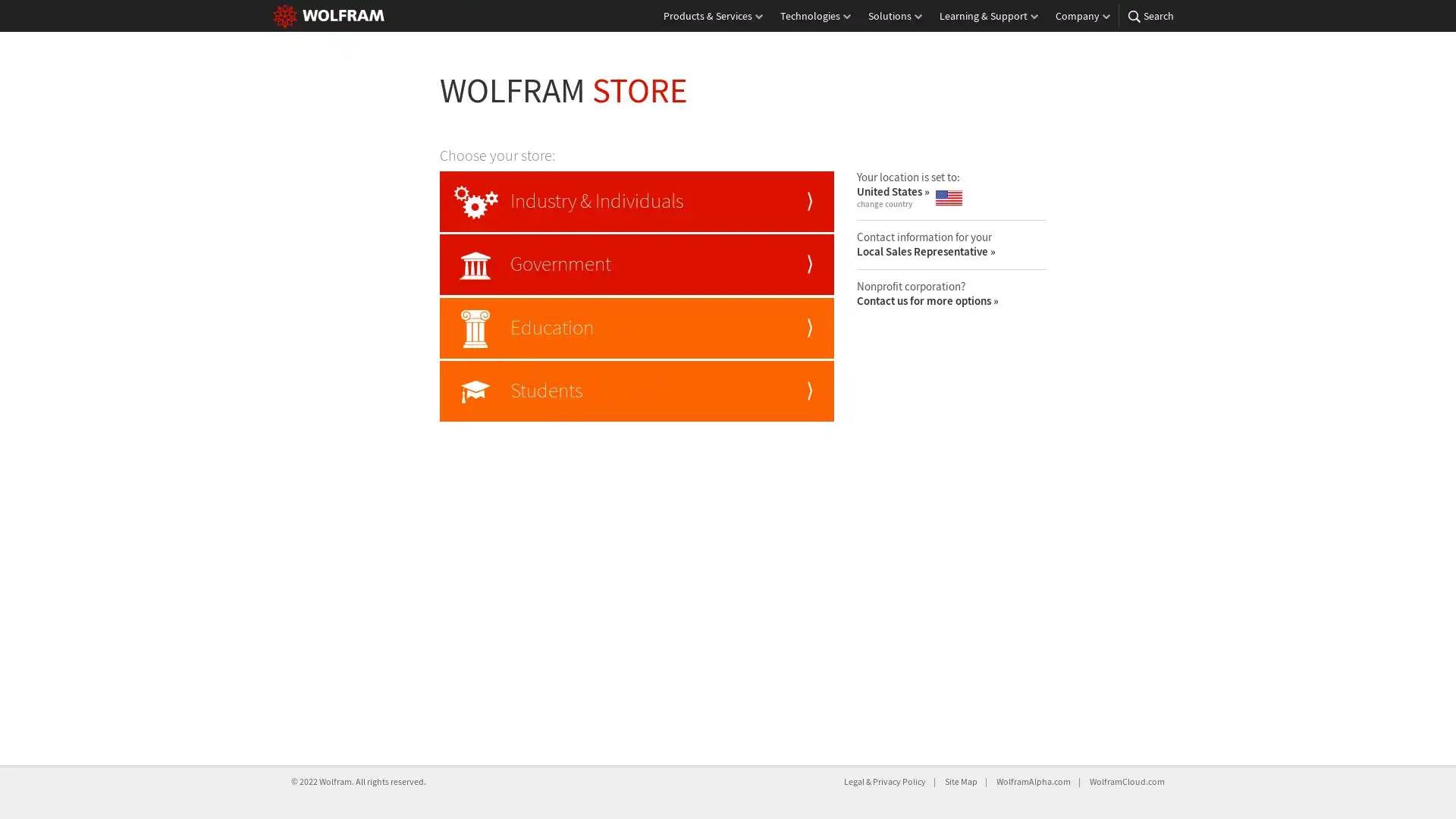 This screenshot has width=1456, height=819. What do you see at coordinates (637, 327) in the screenshot?
I see `Education` at bounding box center [637, 327].